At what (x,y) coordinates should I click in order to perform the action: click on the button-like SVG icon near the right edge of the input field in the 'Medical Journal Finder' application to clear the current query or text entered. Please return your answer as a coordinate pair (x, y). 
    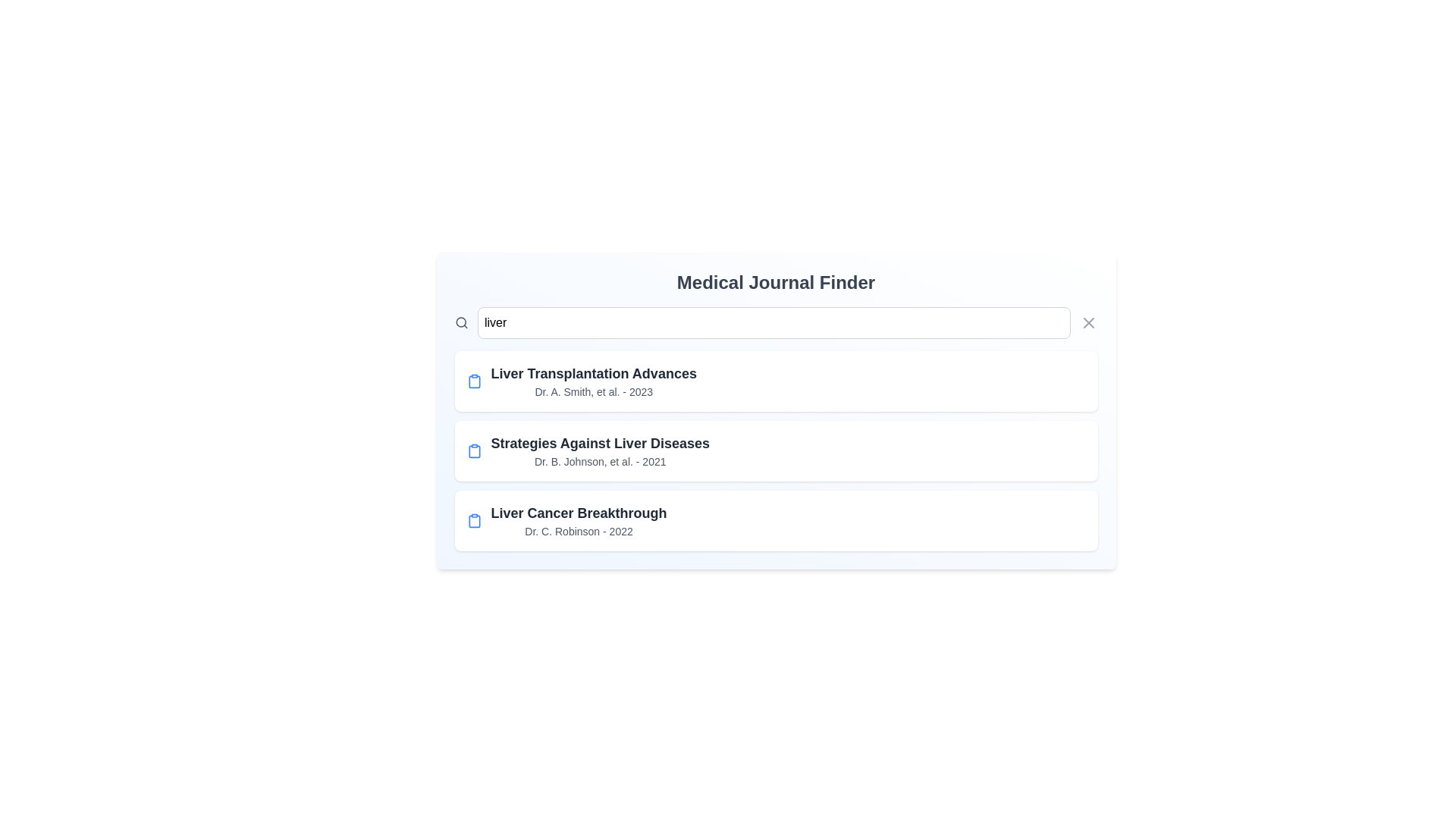
    Looking at the image, I should click on (1087, 322).